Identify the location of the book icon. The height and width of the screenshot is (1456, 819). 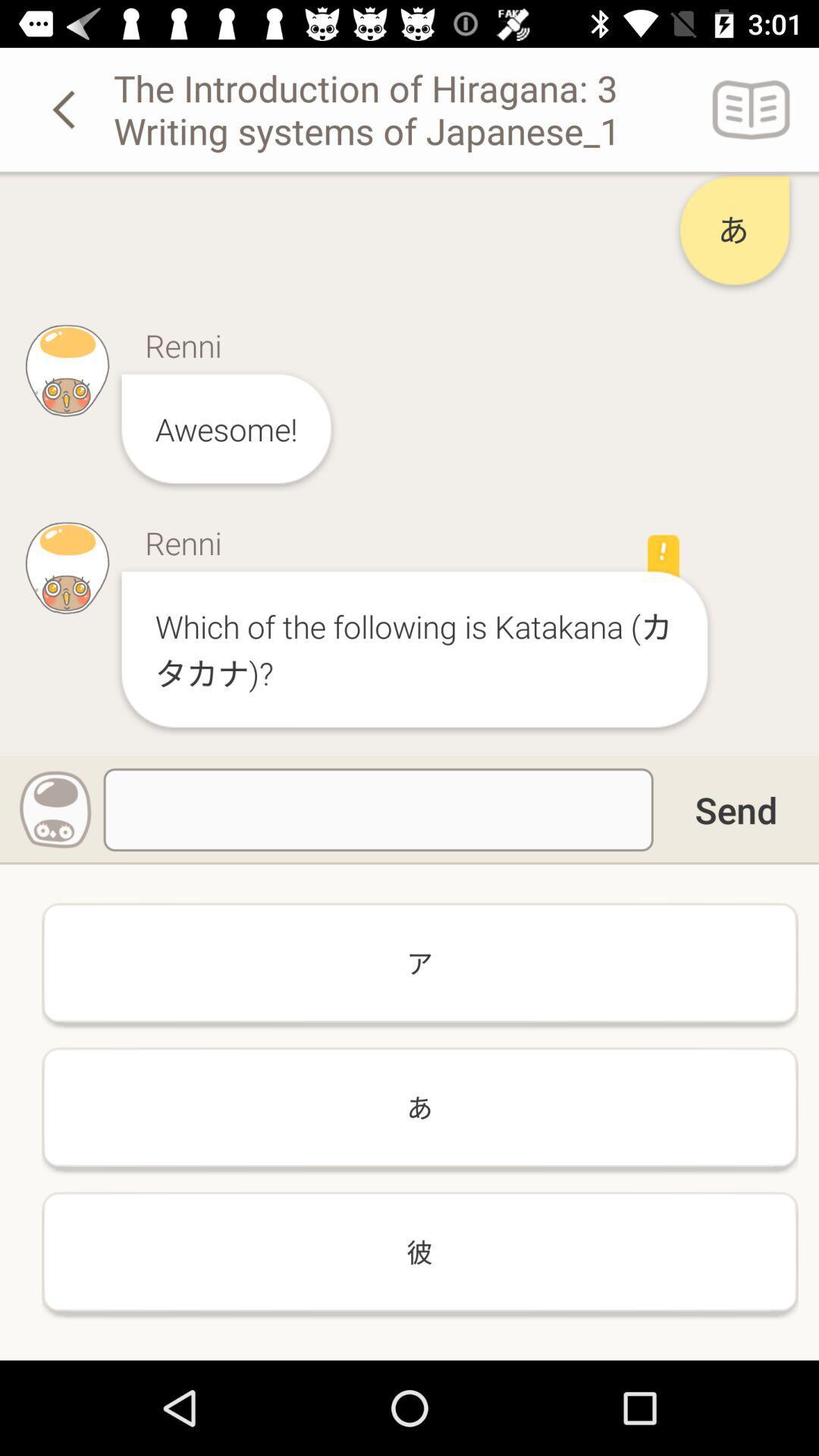
(752, 108).